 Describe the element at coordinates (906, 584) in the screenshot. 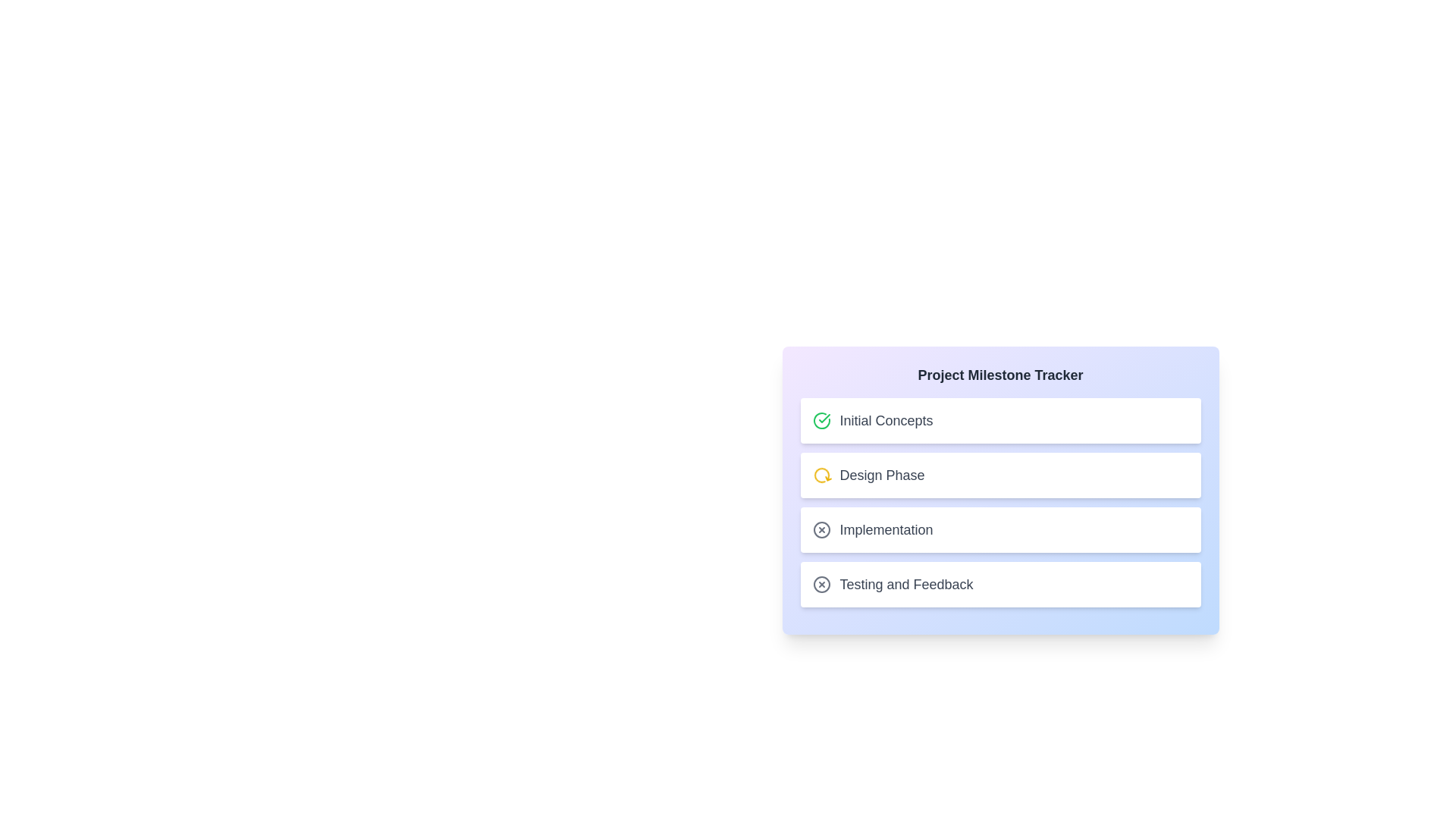

I see `the text label describing the corresponding milestone in the 'Project Milestone Tracker' card to trigger a tooltip or visual response` at that location.